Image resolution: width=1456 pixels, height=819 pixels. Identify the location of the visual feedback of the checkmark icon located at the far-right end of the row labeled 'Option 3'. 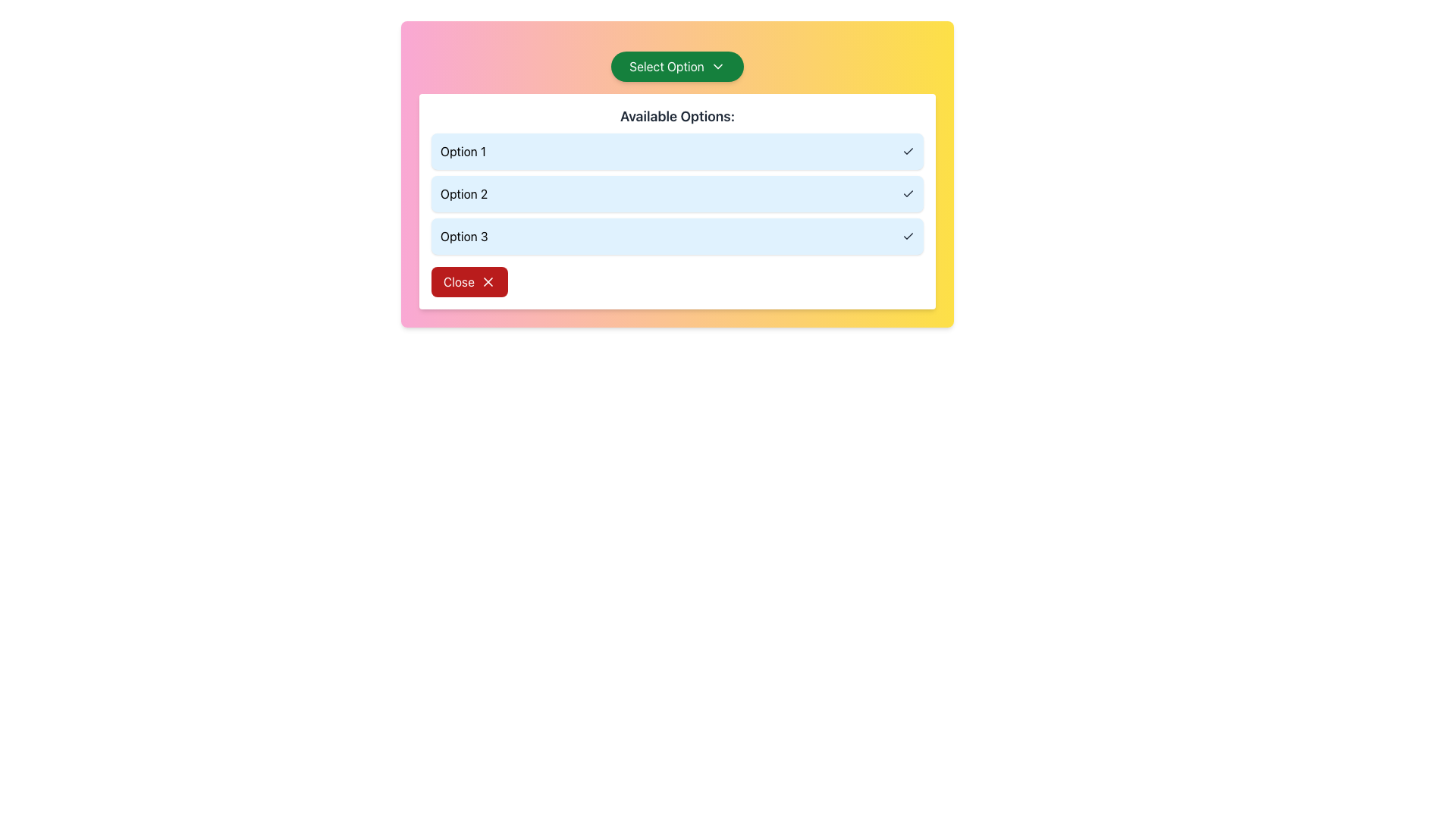
(908, 237).